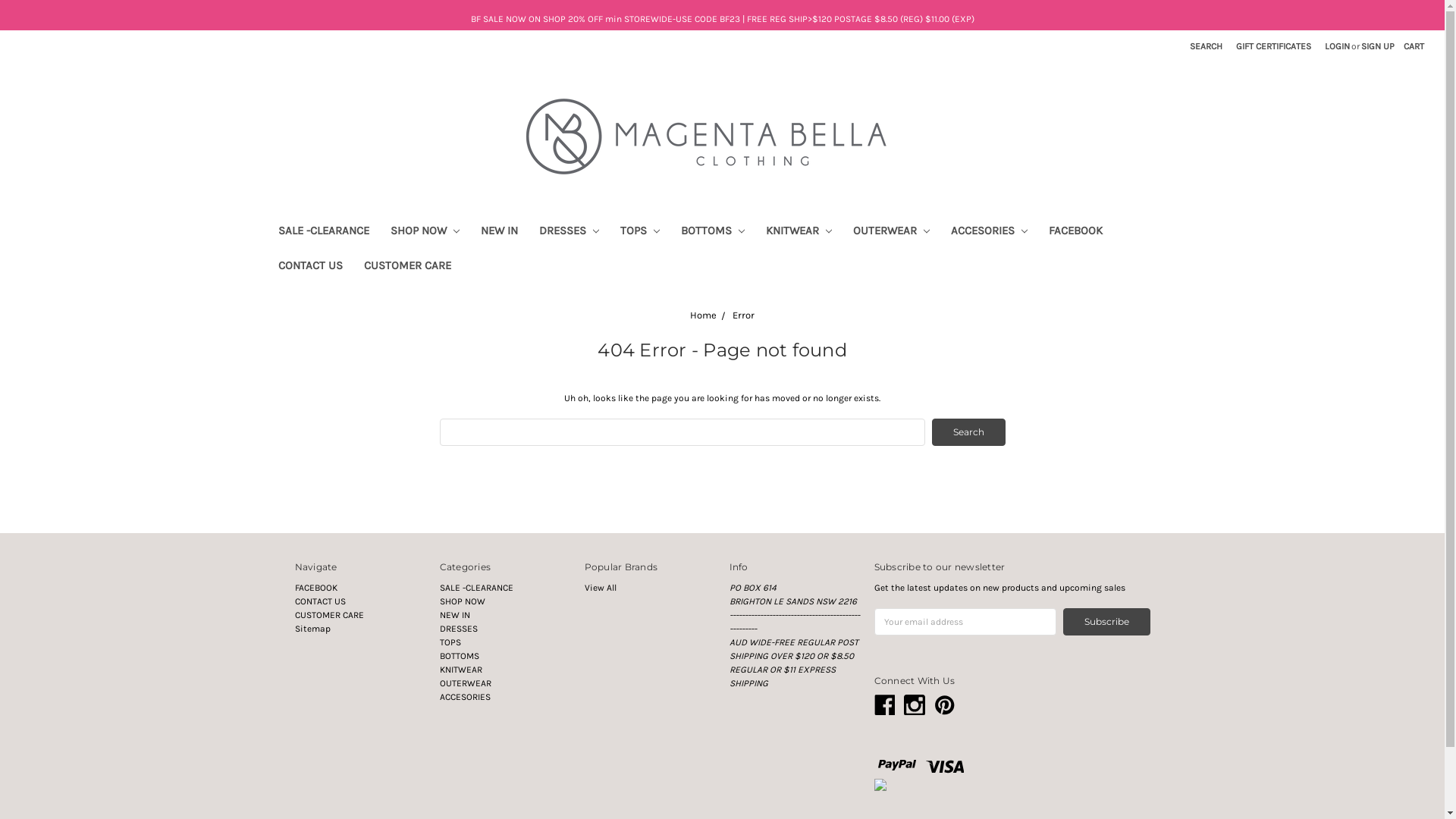 Image resolution: width=1456 pixels, height=819 pixels. I want to click on 'SALE -CLEARANCE', so click(475, 587).